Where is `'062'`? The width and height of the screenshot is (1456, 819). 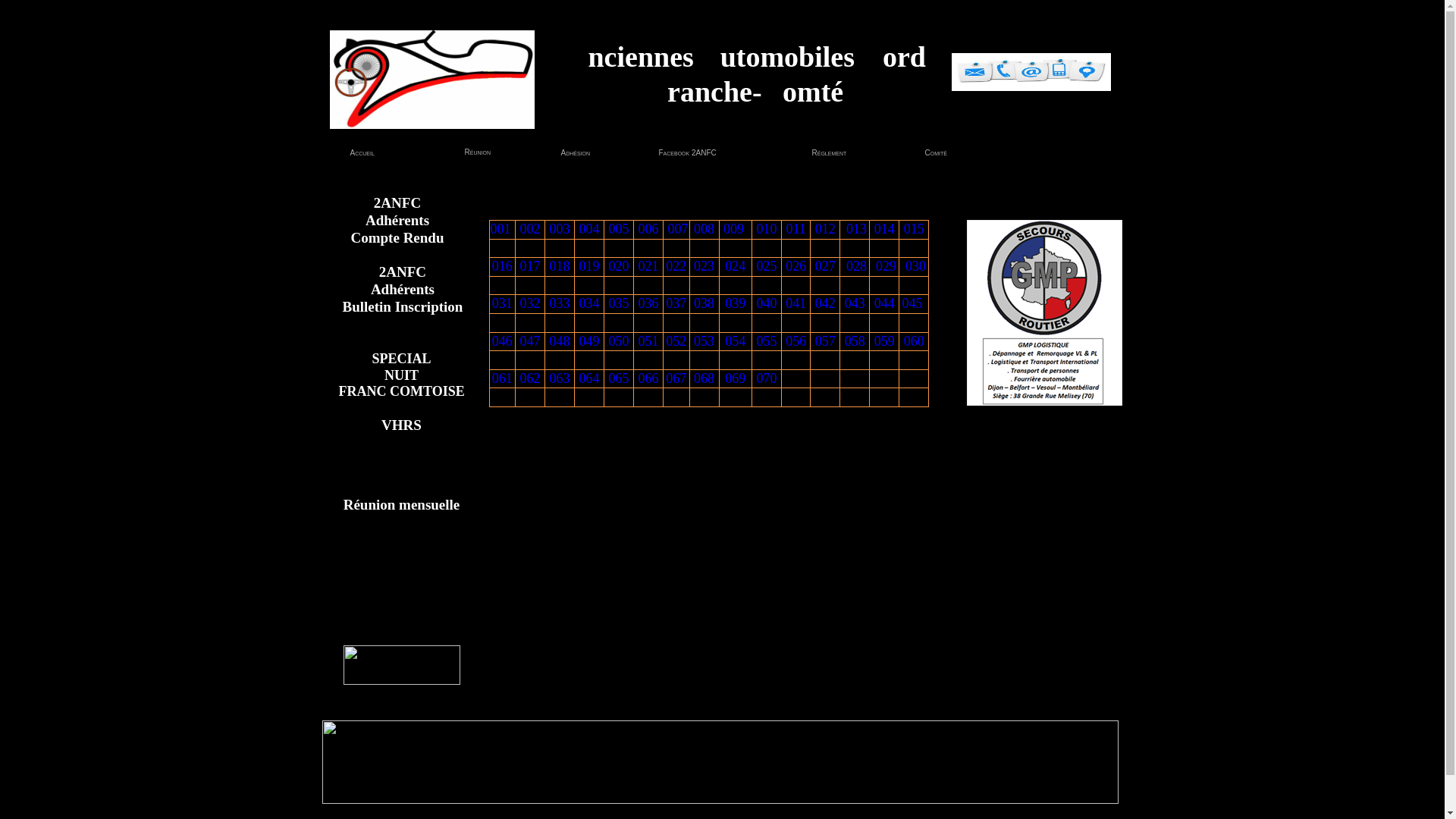 '062' is located at coordinates (530, 377).